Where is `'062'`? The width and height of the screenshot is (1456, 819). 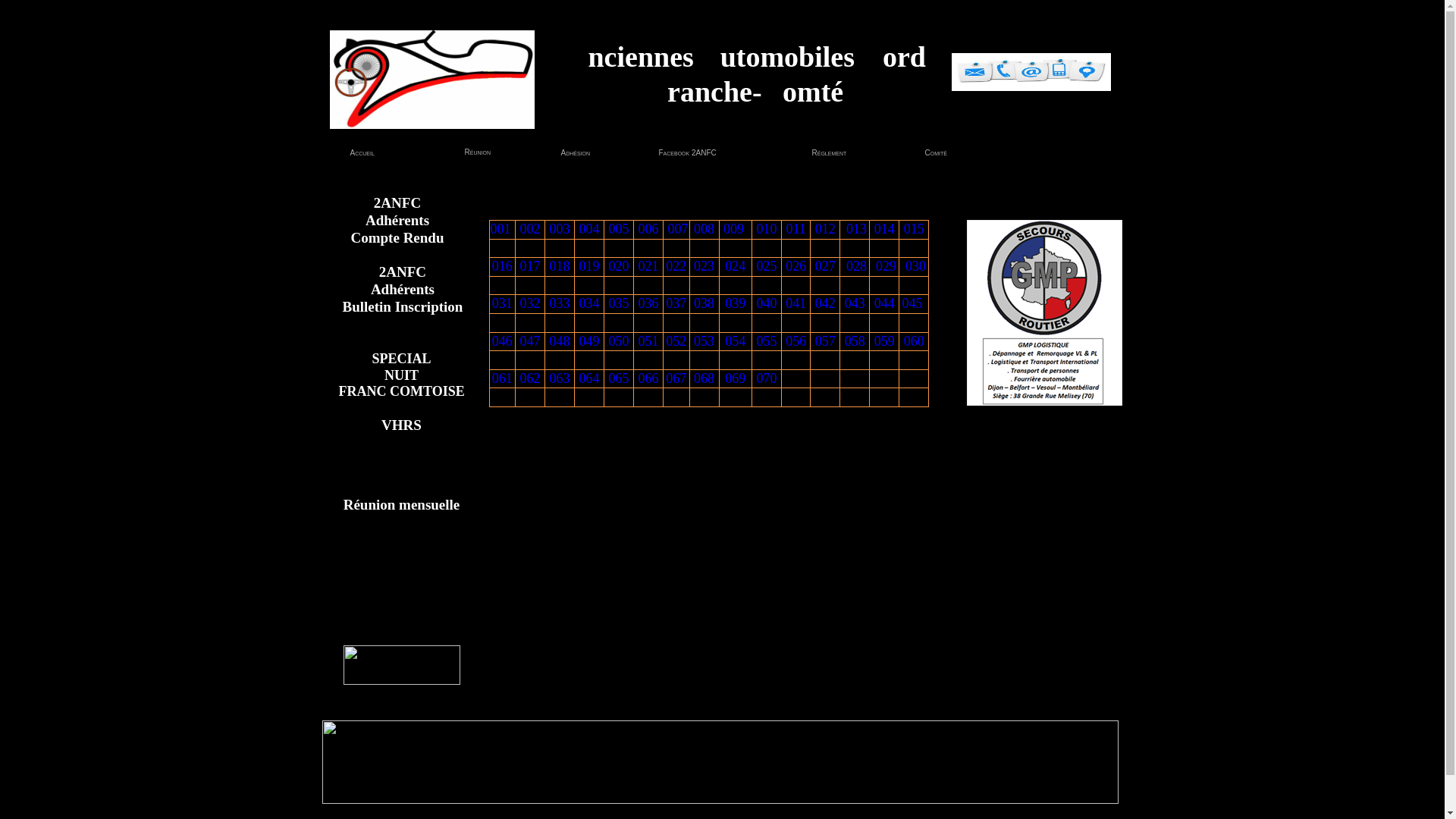 '062' is located at coordinates (530, 377).